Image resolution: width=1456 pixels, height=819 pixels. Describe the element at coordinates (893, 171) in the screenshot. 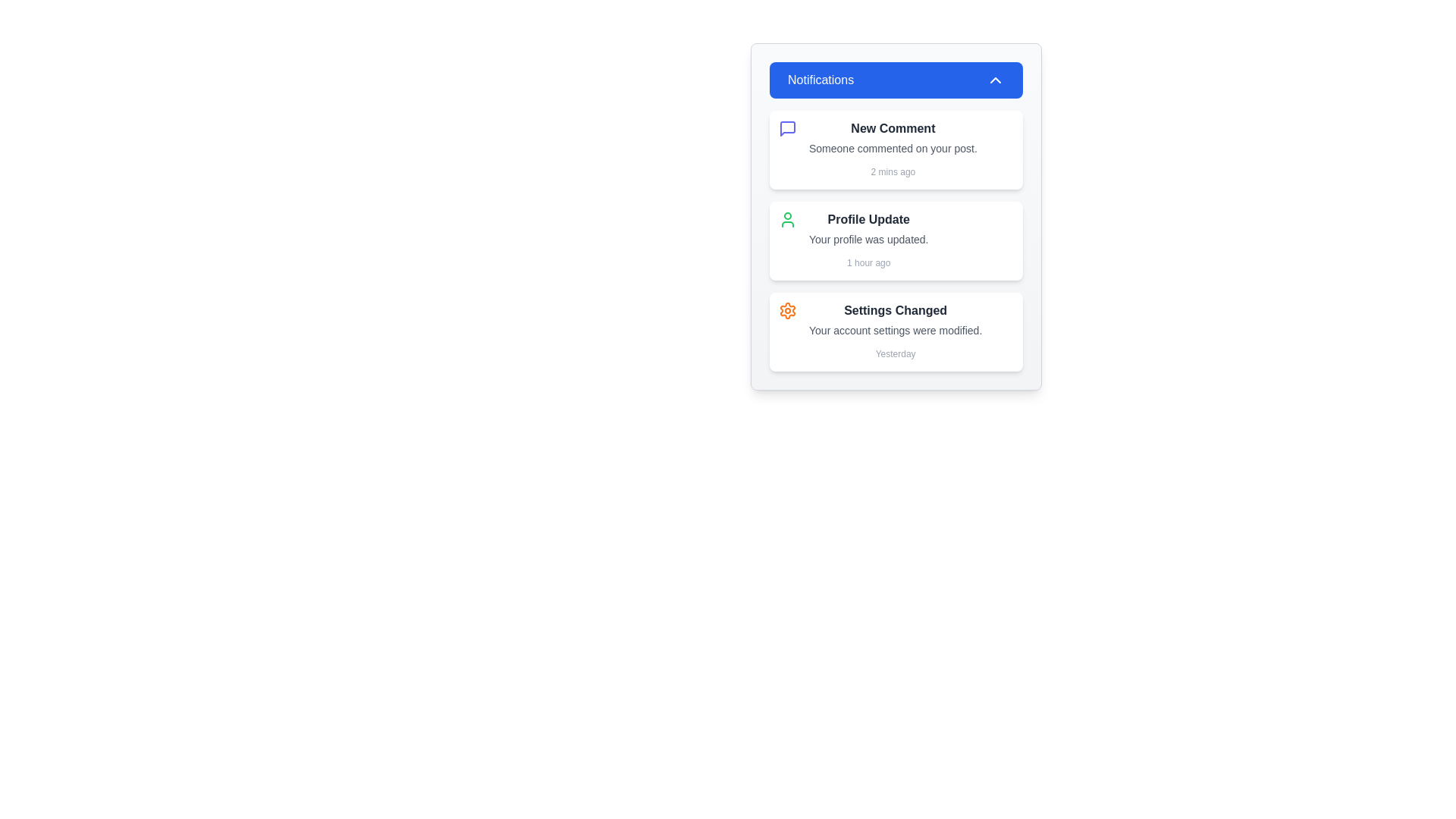

I see `the Text label displaying the elapsed time for the notification titled 'New Comment' with the description 'Someone commented on your post.'` at that location.